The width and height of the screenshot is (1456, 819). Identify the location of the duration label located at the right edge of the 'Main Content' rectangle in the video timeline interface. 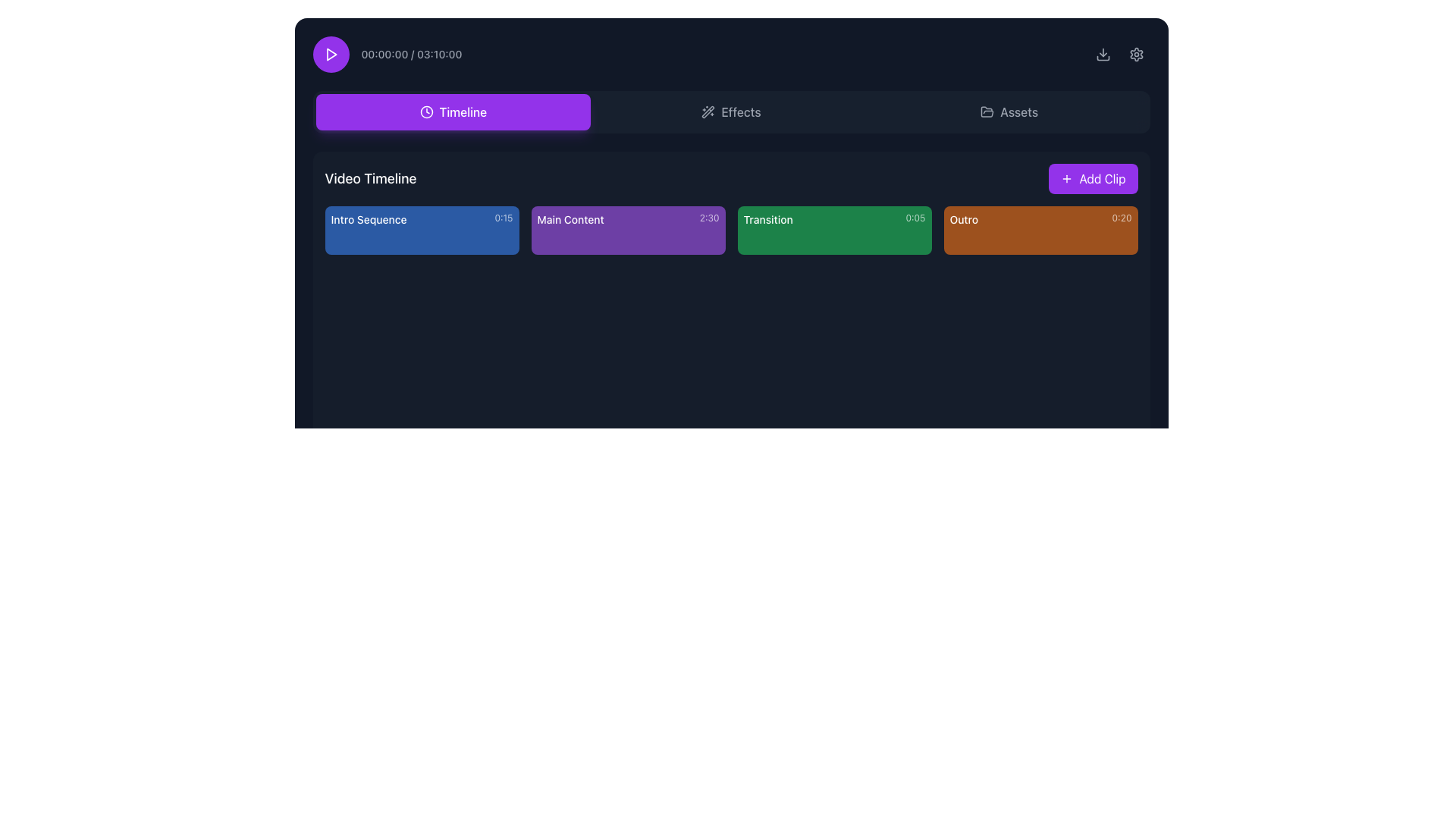
(708, 218).